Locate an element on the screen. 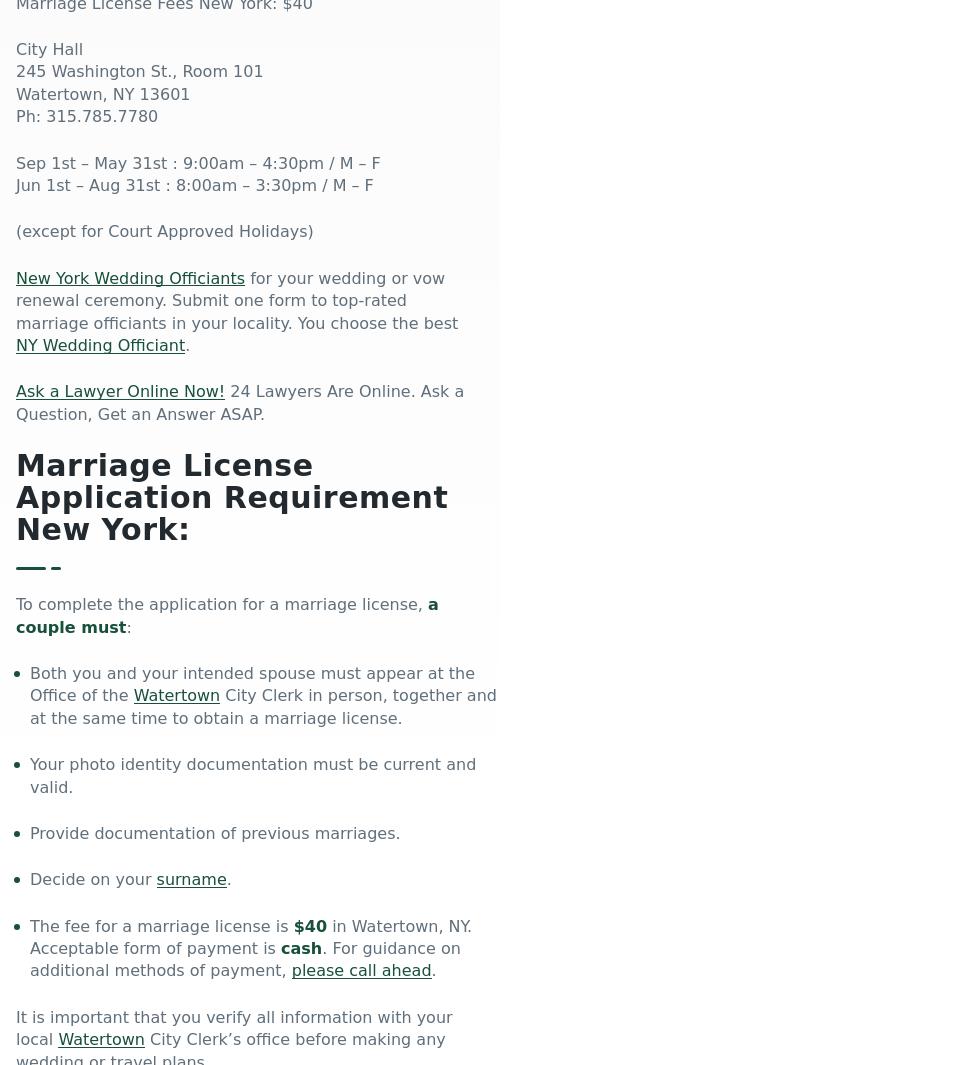 The width and height of the screenshot is (978, 1065). 'Ask a Lawyer Online Now!' is located at coordinates (120, 390).